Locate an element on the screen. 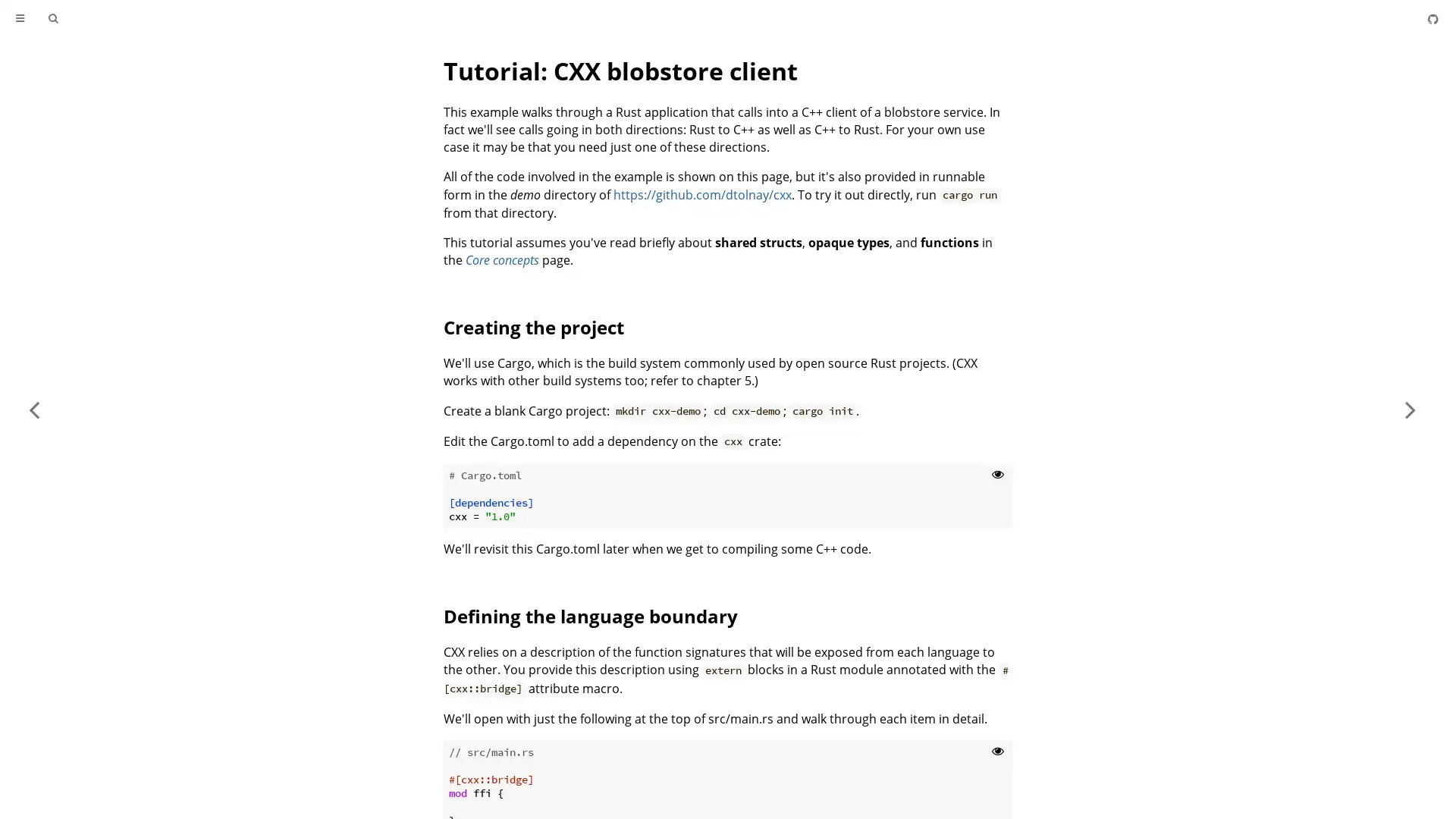 Image resolution: width=1456 pixels, height=819 pixels. Show hidden lines is located at coordinates (997, 472).